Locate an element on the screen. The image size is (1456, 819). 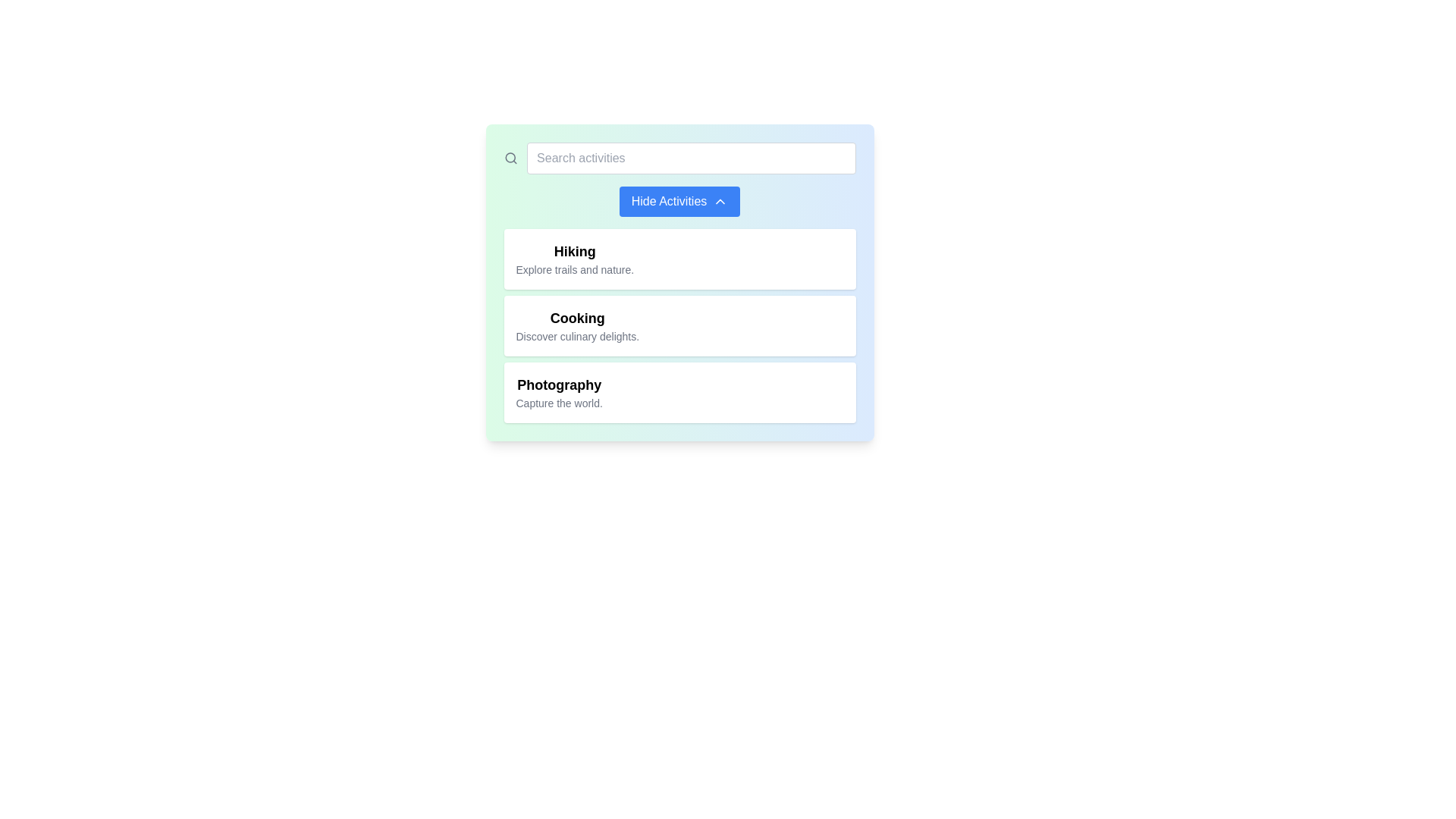
text content of the 'Photography' label, which is a bold title-like text situated above the descriptive text 'Capture the world.' is located at coordinates (558, 384).